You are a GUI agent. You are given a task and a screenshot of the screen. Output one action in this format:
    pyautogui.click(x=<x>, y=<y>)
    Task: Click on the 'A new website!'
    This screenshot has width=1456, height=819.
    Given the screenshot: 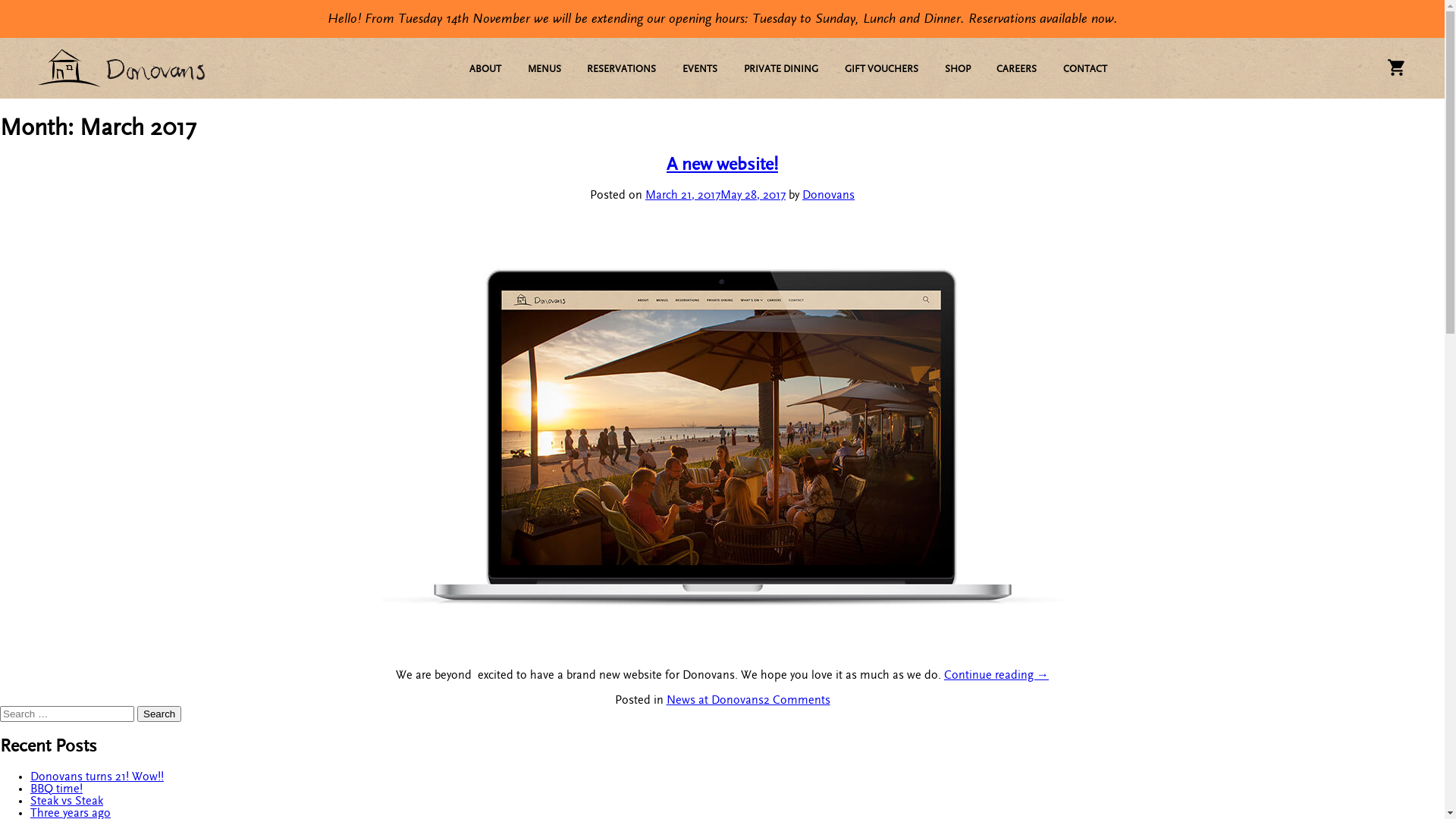 What is the action you would take?
    pyautogui.click(x=721, y=164)
    